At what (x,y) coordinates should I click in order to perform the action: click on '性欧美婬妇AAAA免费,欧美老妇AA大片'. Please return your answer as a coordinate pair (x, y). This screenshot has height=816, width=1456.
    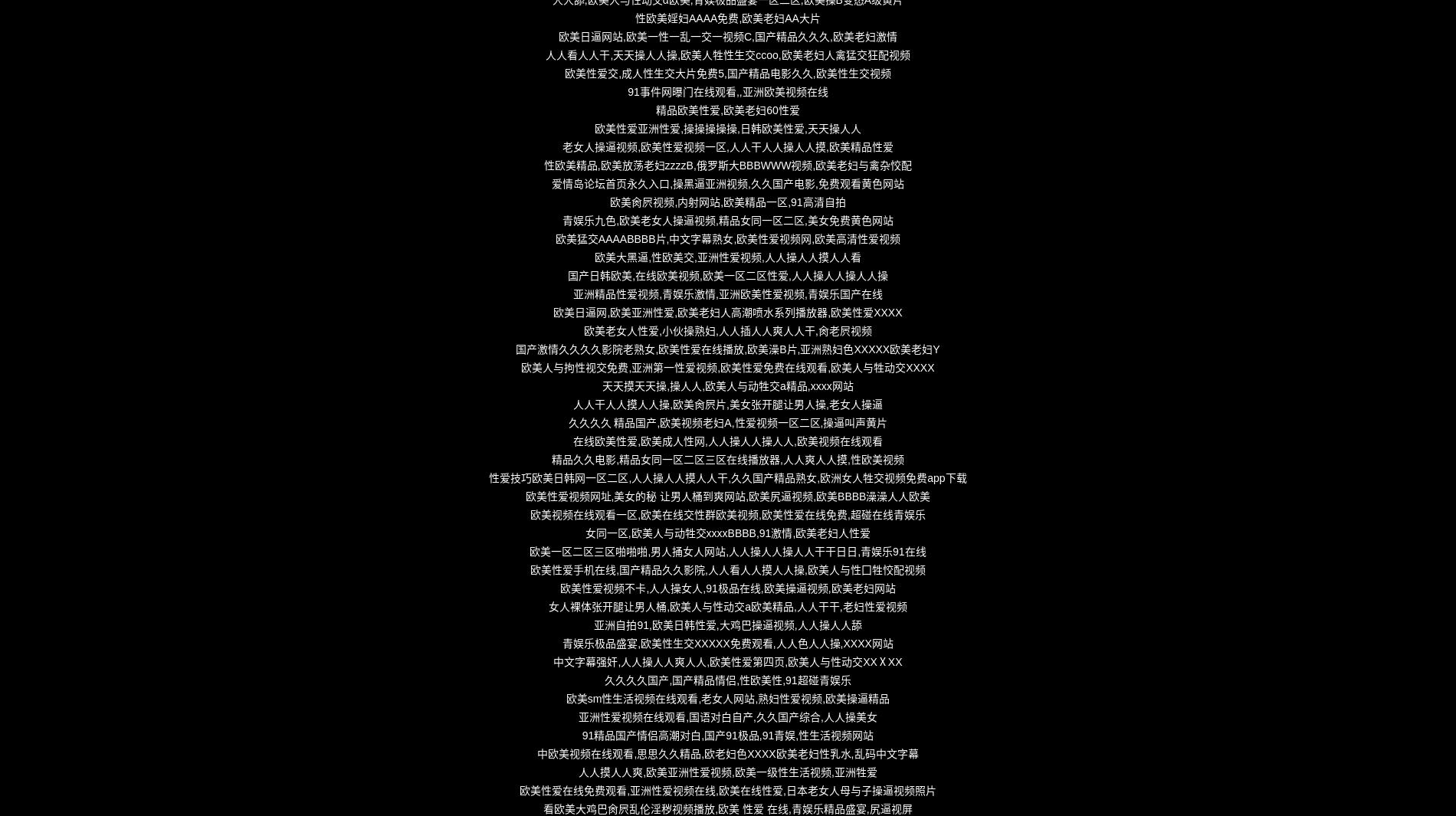
    Looking at the image, I should click on (726, 17).